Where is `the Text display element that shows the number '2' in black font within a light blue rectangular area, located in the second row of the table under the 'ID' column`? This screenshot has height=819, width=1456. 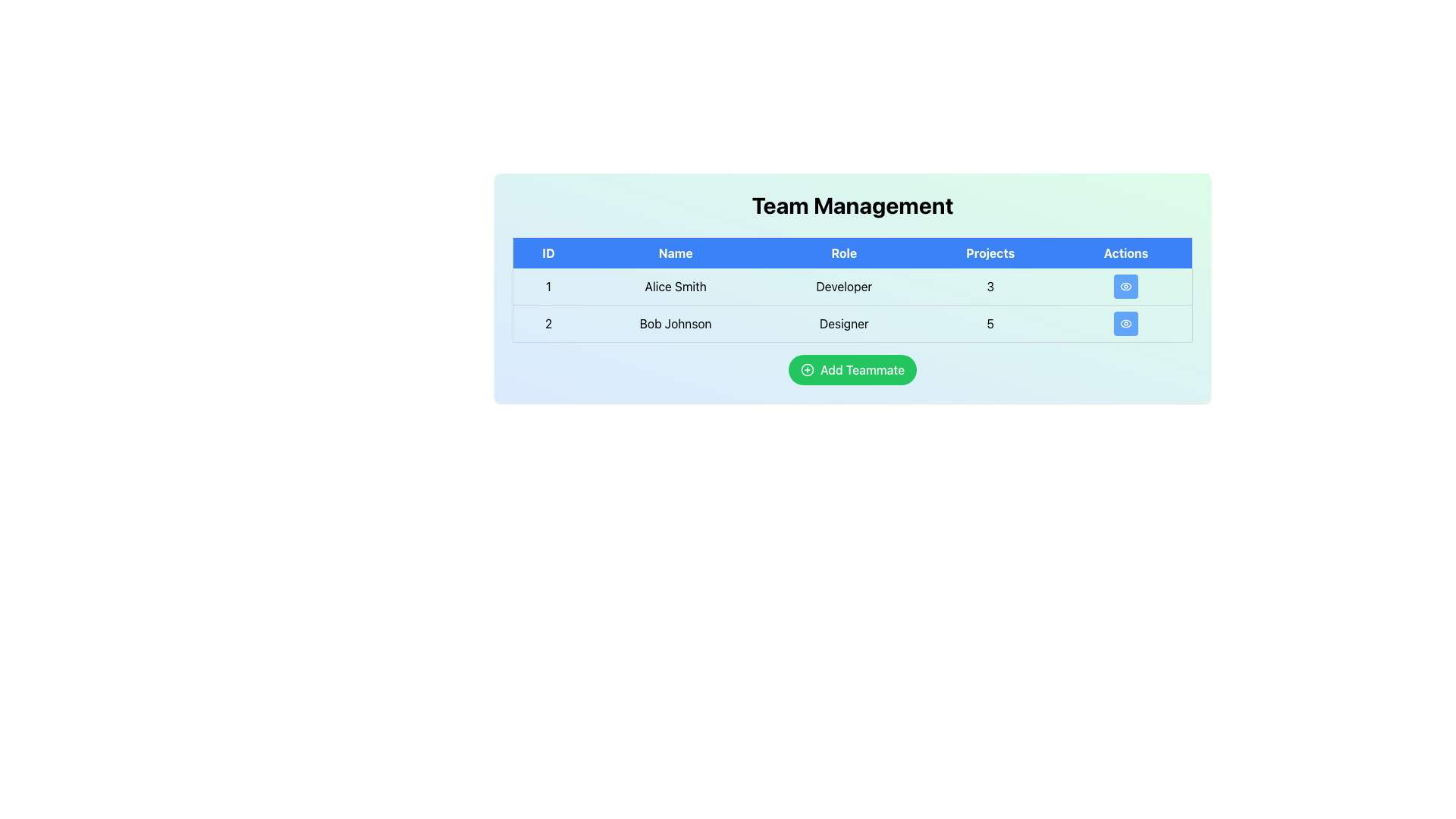 the Text display element that shows the number '2' in black font within a light blue rectangular area, located in the second row of the table under the 'ID' column is located at coordinates (548, 323).